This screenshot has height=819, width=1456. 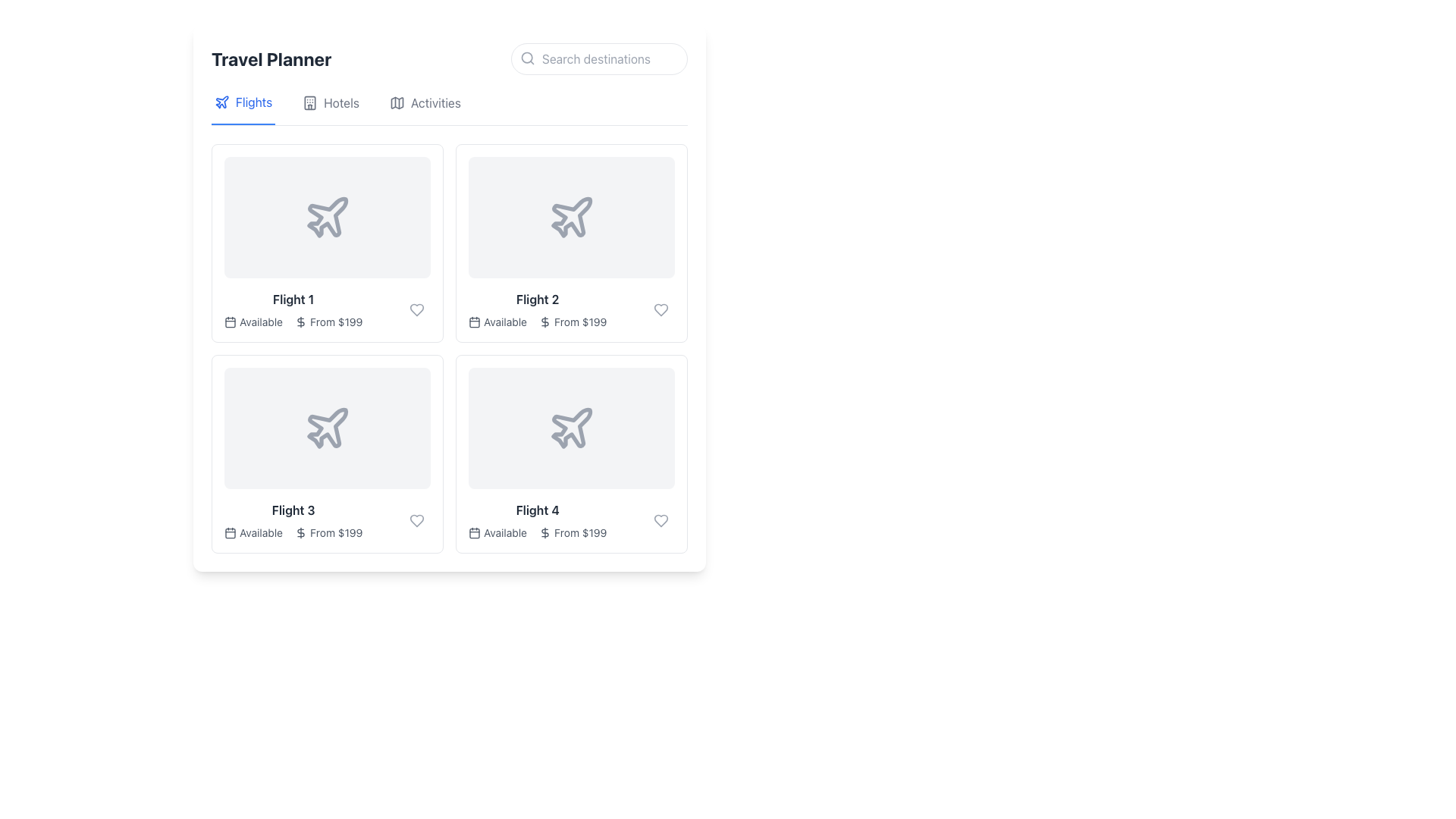 I want to click on the 'Hotels' button, which features a hotel icon on the left and is located in the top navigation bar between the 'Flights' and 'Activities' buttons, so click(x=330, y=108).